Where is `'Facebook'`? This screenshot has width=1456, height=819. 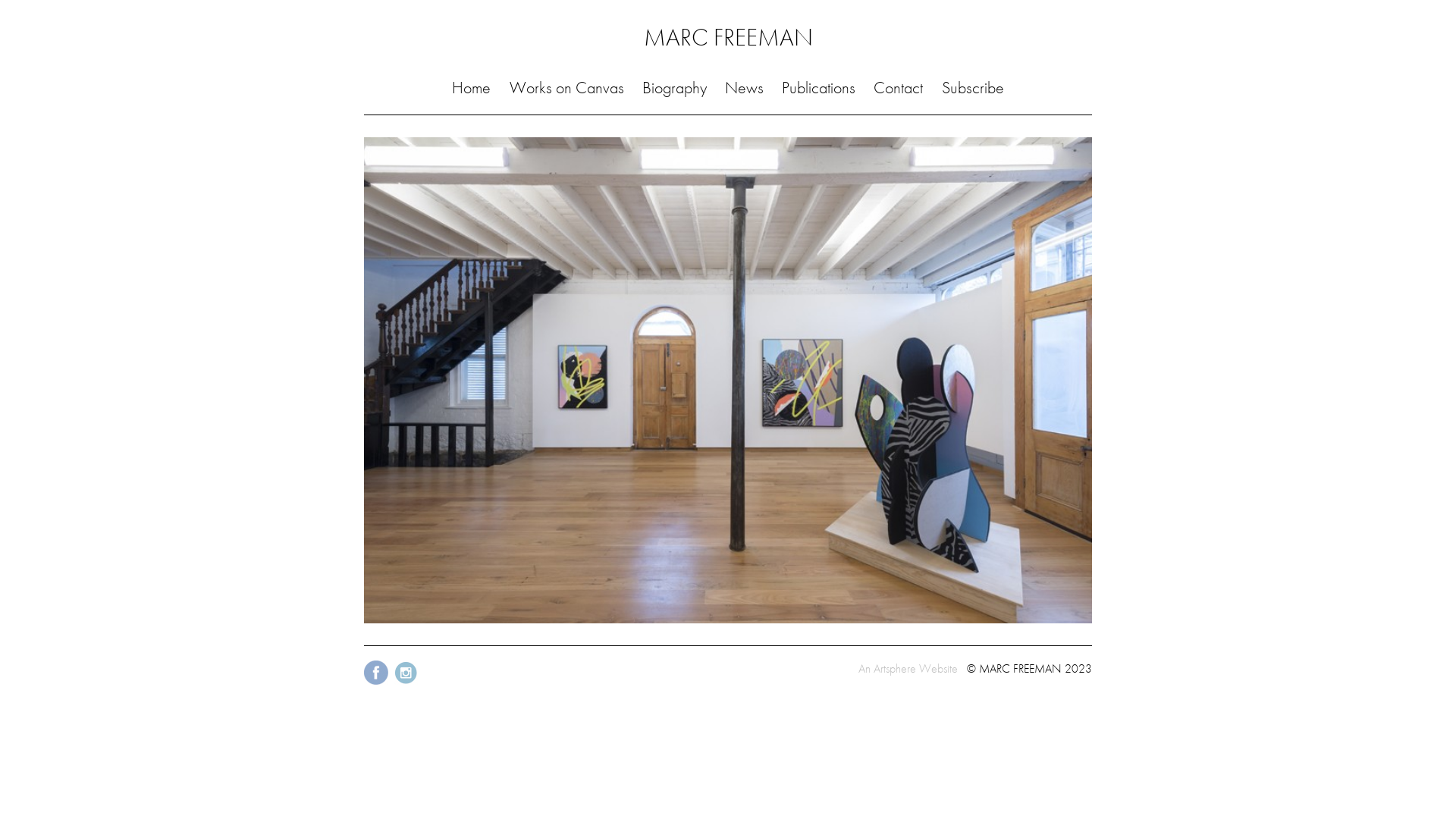
'Facebook' is located at coordinates (377, 683).